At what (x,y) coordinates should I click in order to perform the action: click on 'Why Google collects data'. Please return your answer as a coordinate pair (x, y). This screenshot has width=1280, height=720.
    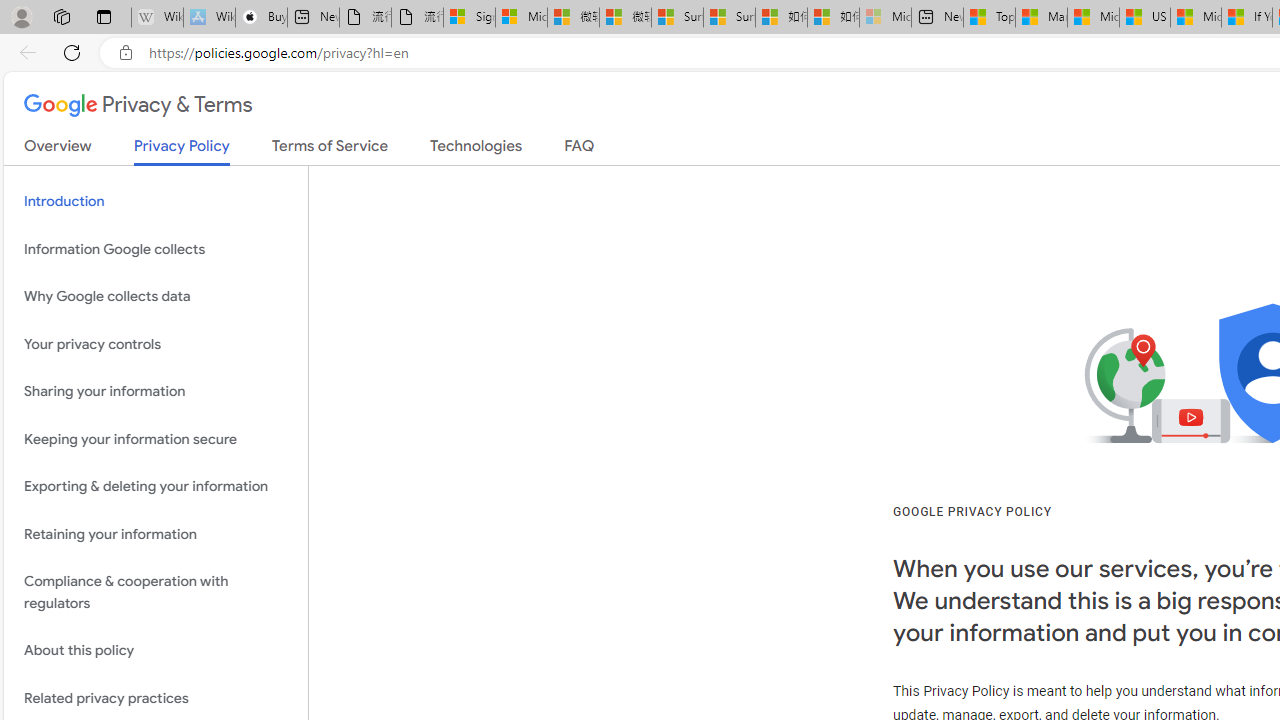
    Looking at the image, I should click on (155, 297).